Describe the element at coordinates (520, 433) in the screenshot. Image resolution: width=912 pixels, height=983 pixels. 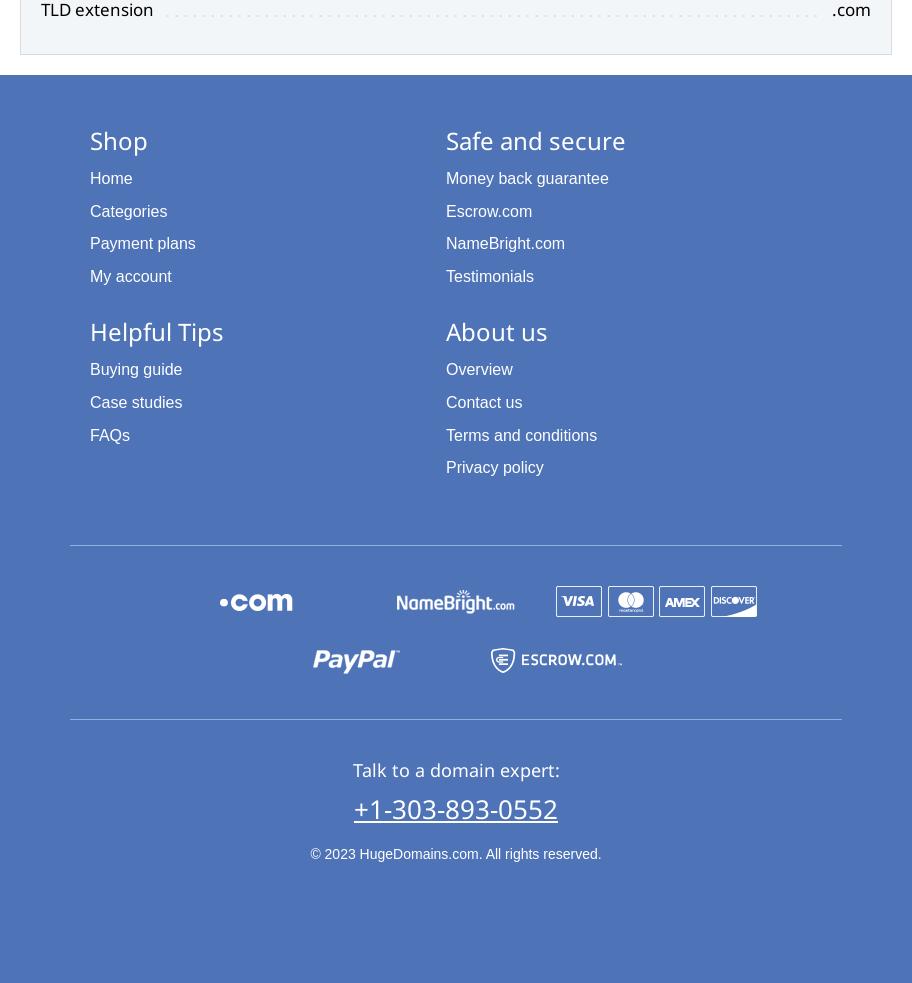
I see `'Terms and conditions'` at that location.